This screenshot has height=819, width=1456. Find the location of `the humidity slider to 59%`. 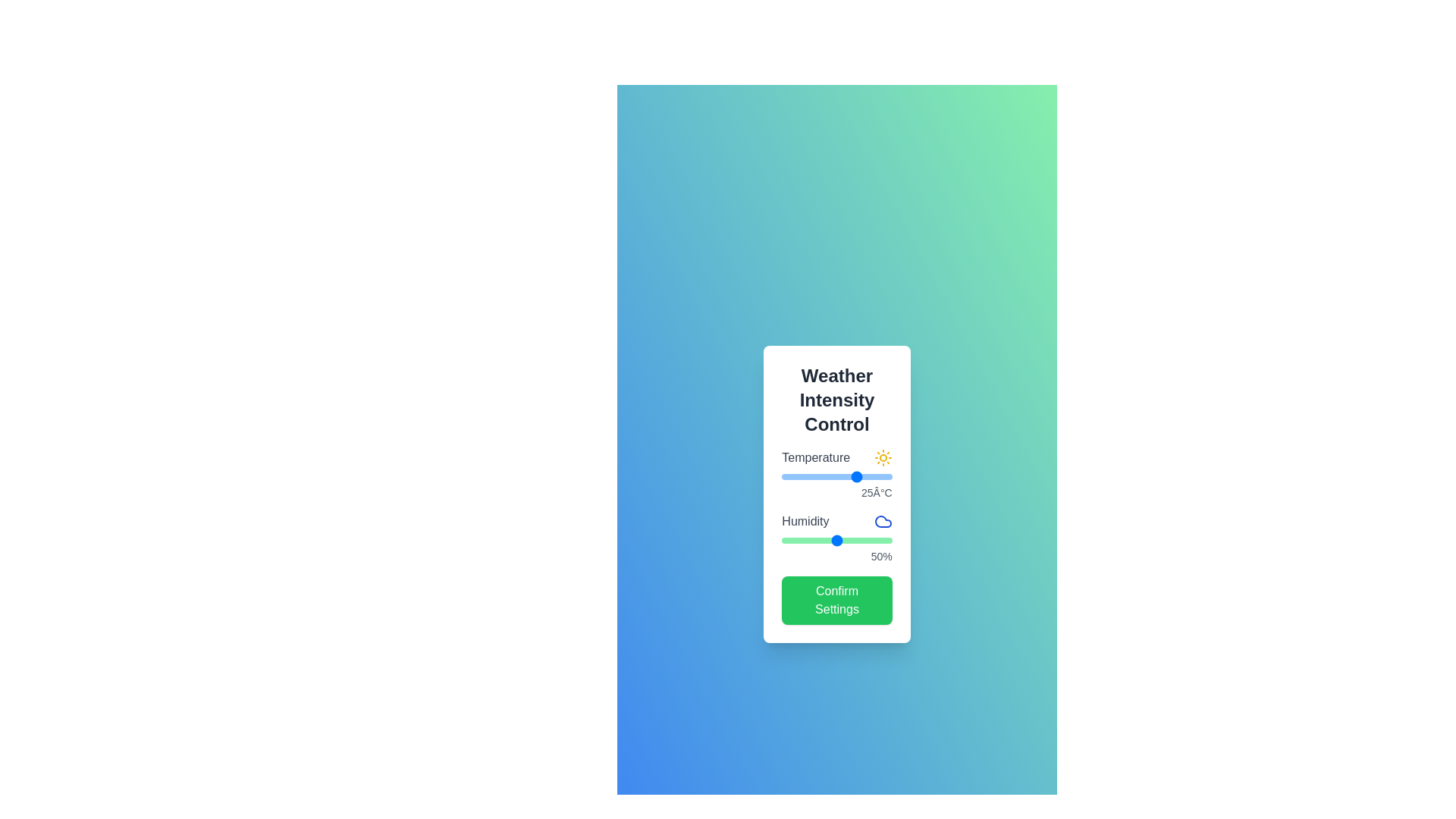

the humidity slider to 59% is located at coordinates (846, 540).